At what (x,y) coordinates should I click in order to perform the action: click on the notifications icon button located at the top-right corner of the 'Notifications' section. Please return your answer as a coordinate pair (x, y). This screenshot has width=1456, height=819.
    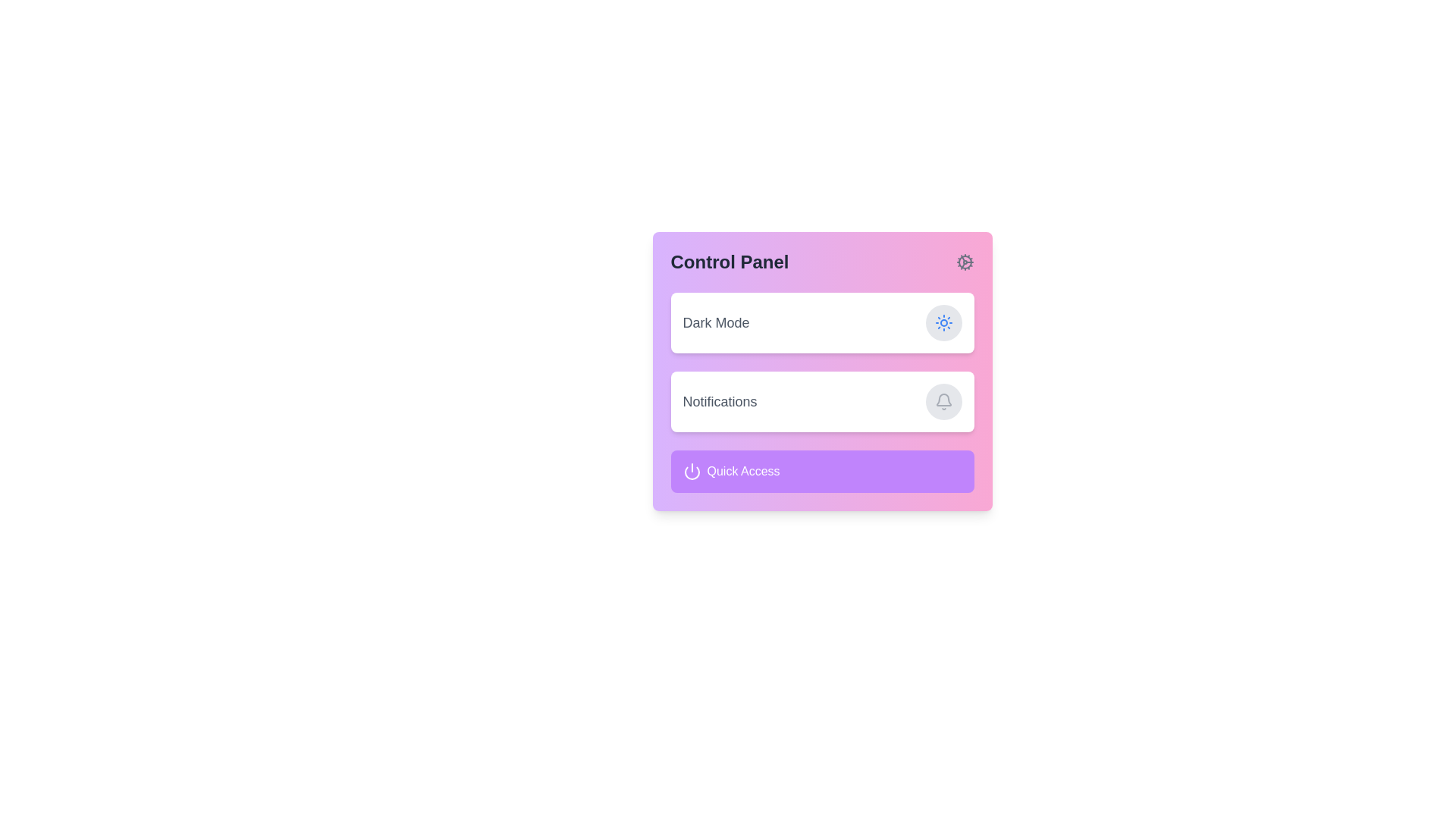
    Looking at the image, I should click on (943, 400).